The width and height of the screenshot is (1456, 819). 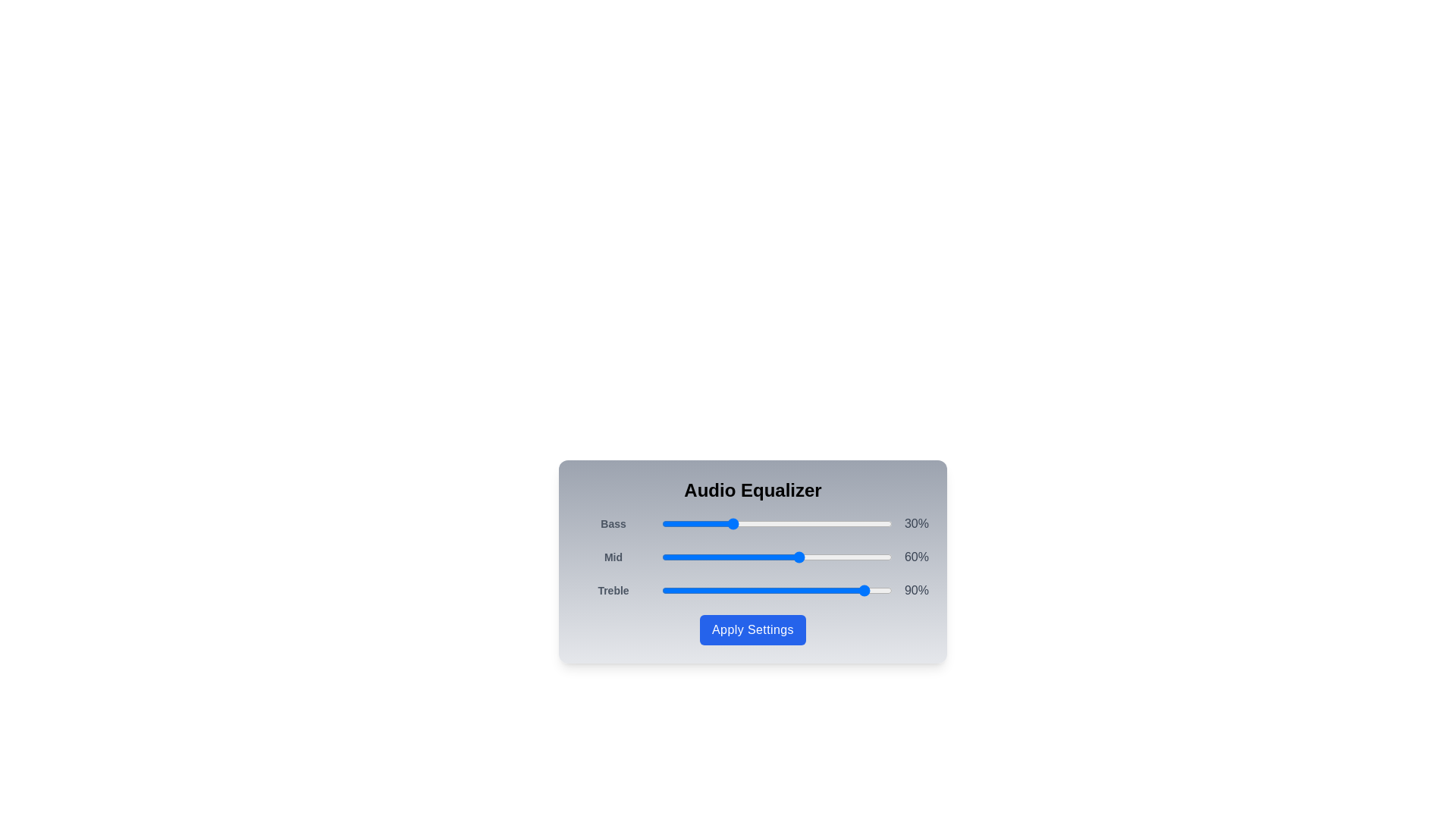 What do you see at coordinates (802, 522) in the screenshot?
I see `the 'Bass' slider to 61%` at bounding box center [802, 522].